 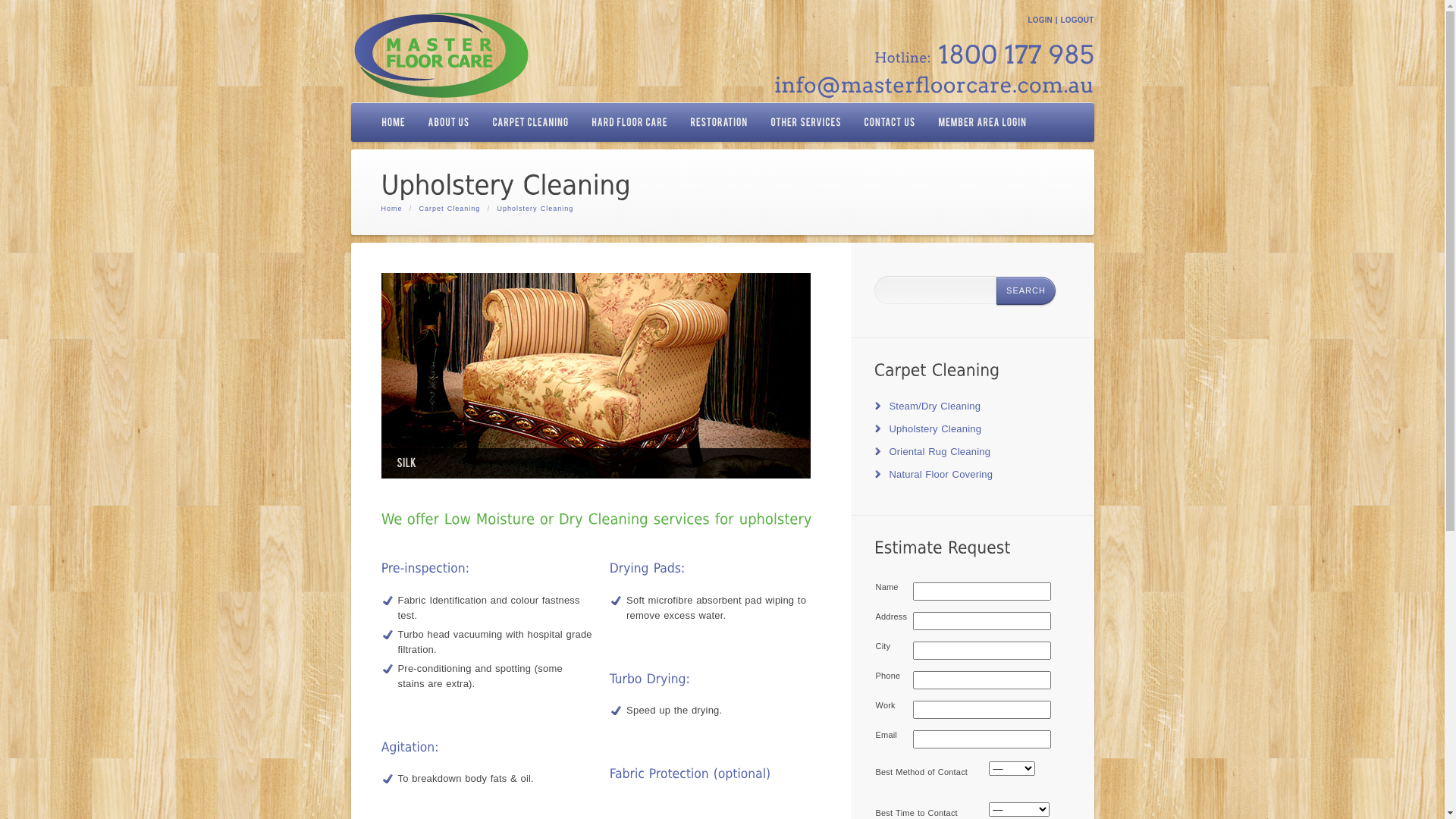 What do you see at coordinates (996, 290) in the screenshot?
I see `'Search'` at bounding box center [996, 290].